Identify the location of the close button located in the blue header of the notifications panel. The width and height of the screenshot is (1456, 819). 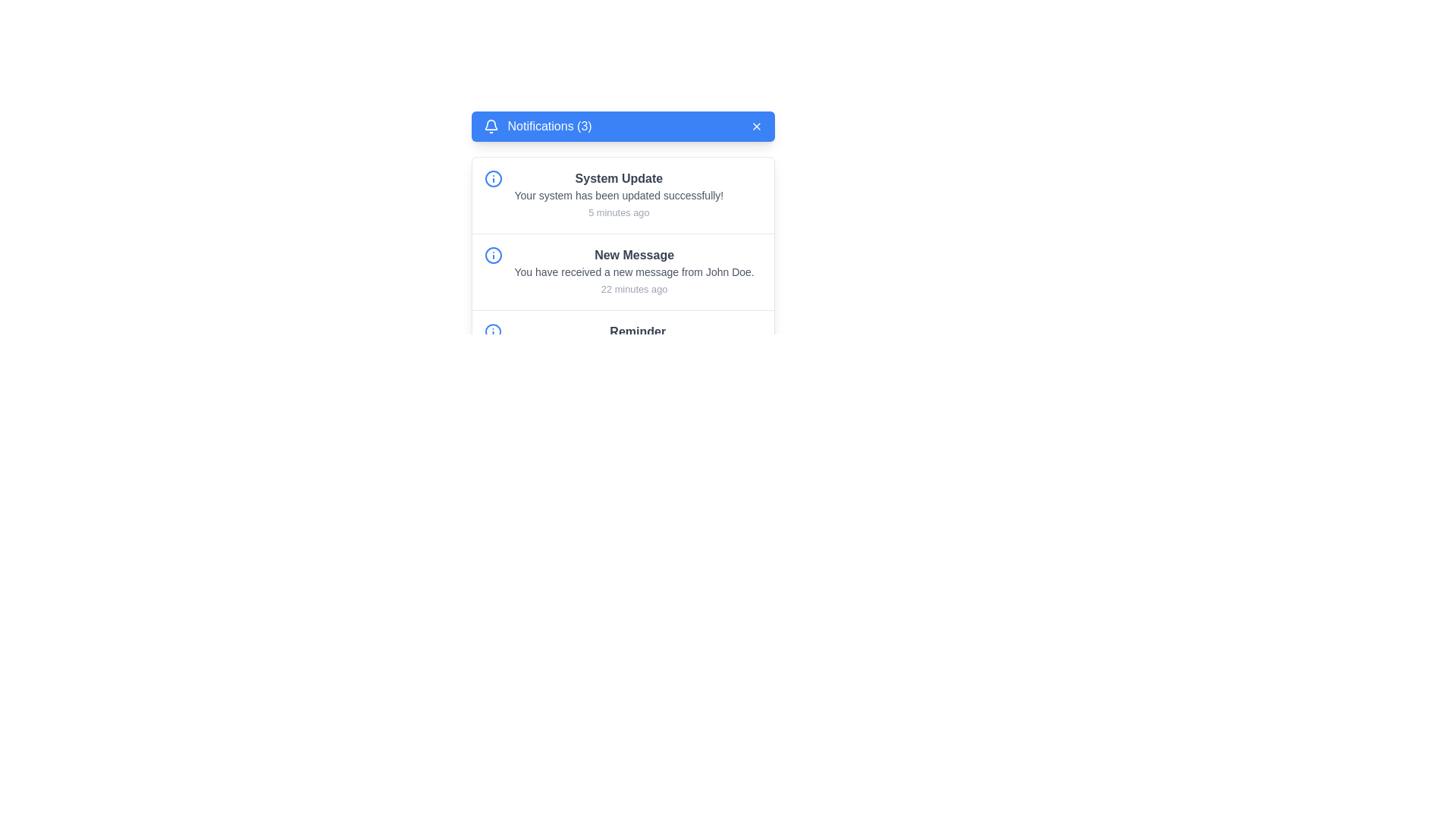
(756, 125).